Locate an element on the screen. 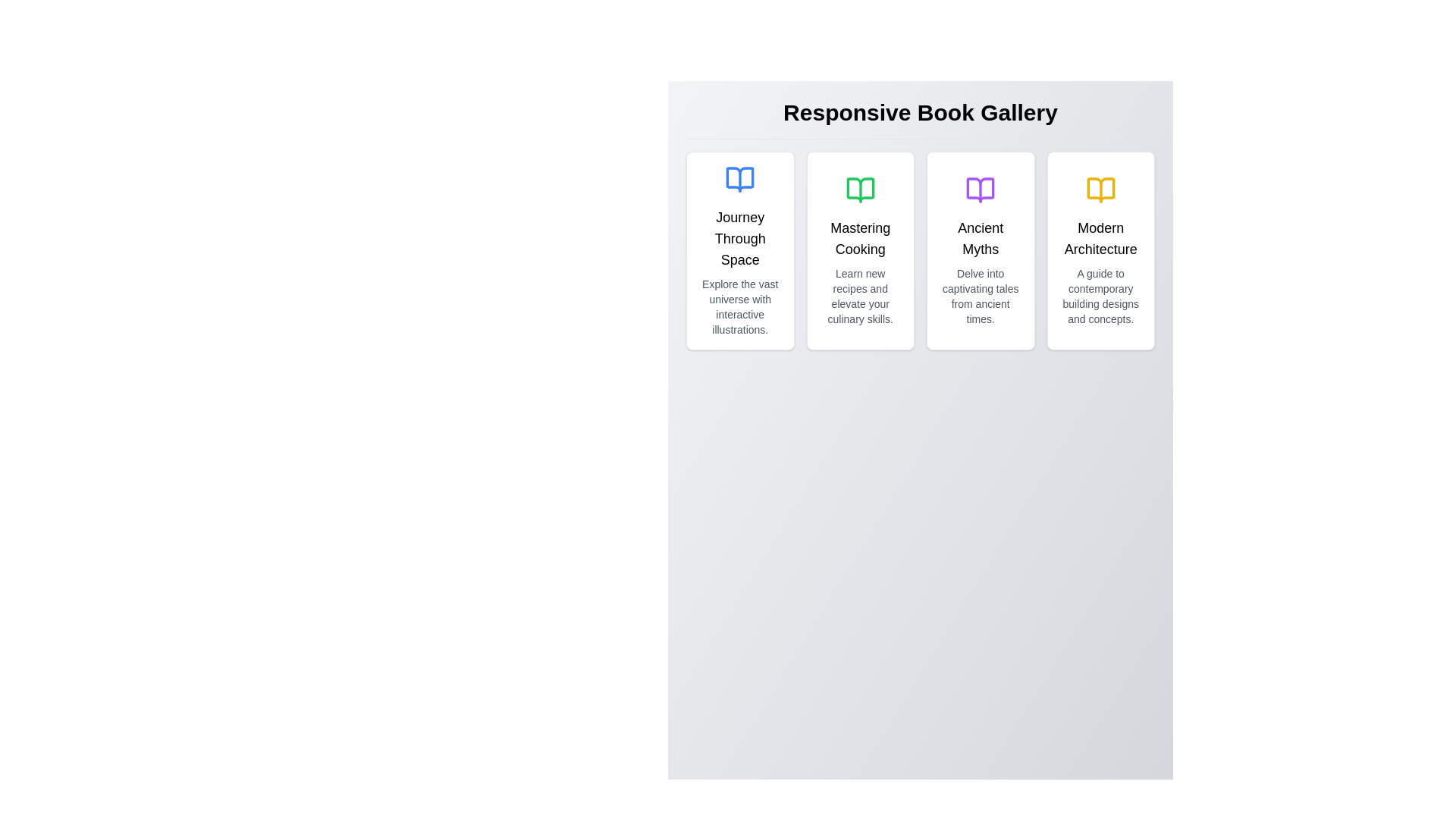  description of the book entry for 'Modern Architecture', which is the fourth item in a horizontal grid of book previews located at the top right part of the layout is located at coordinates (1100, 250).